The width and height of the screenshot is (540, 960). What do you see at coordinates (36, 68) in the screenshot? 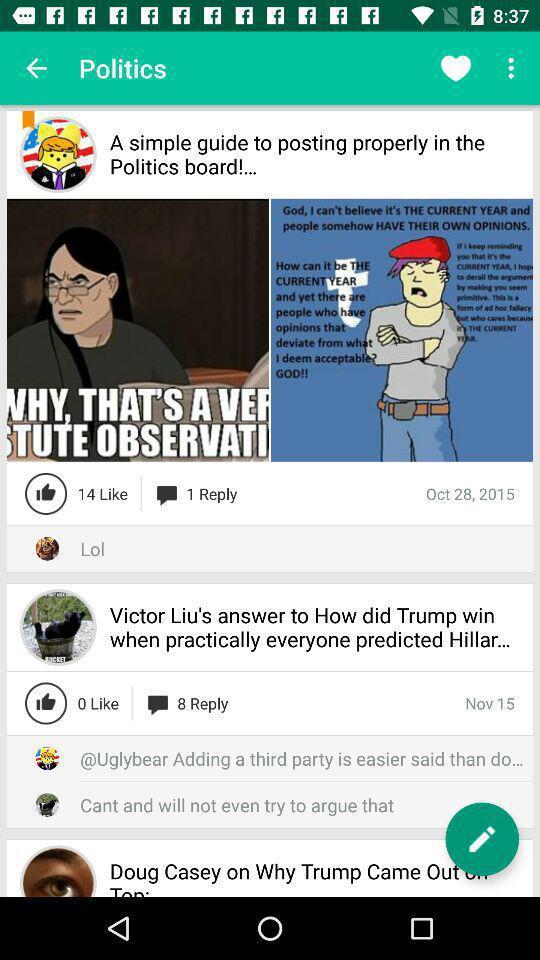
I see `the app next to politics icon` at bounding box center [36, 68].